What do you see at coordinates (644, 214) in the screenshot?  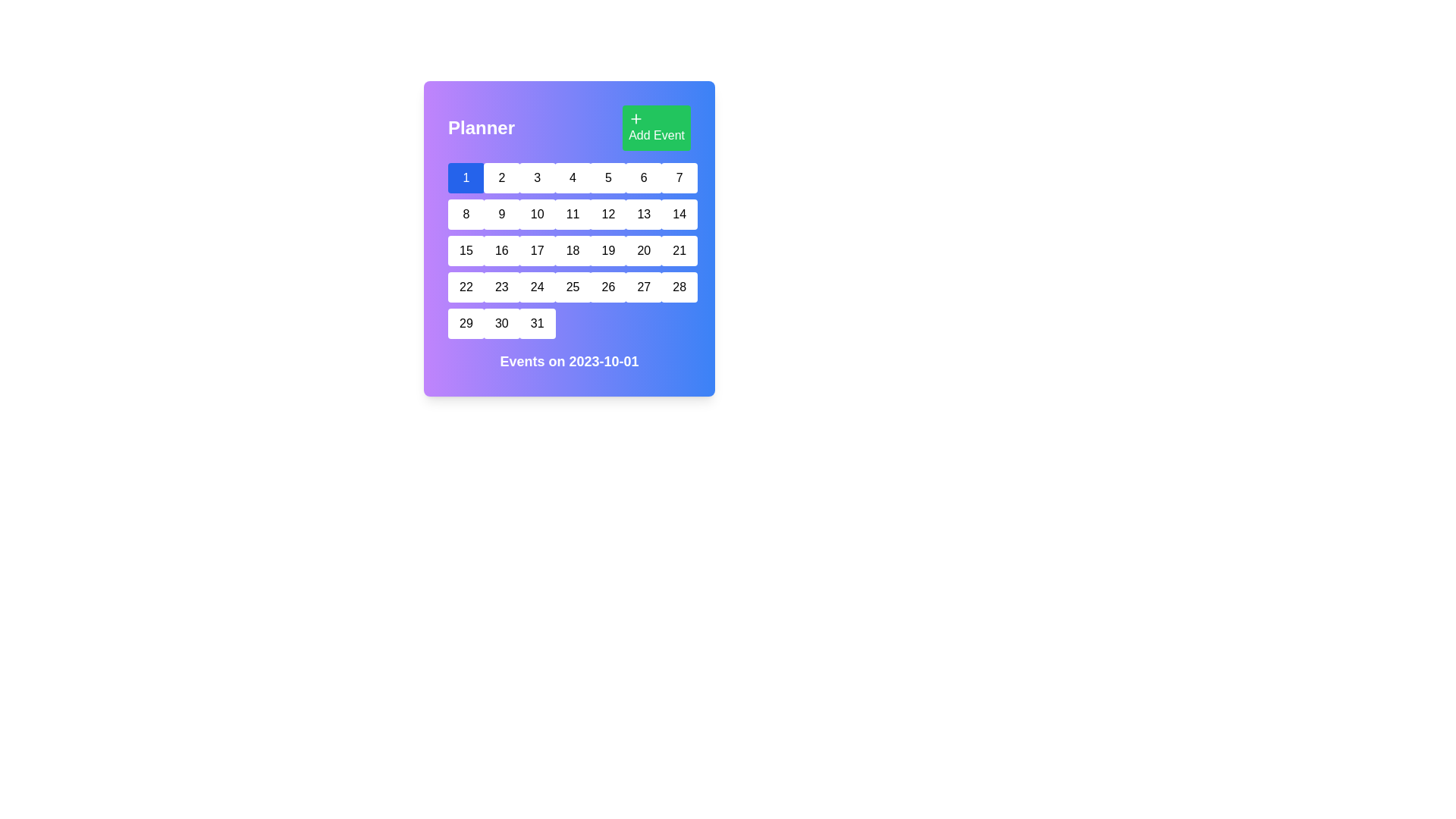 I see `the button representing the 13th day in the calendar view` at bounding box center [644, 214].